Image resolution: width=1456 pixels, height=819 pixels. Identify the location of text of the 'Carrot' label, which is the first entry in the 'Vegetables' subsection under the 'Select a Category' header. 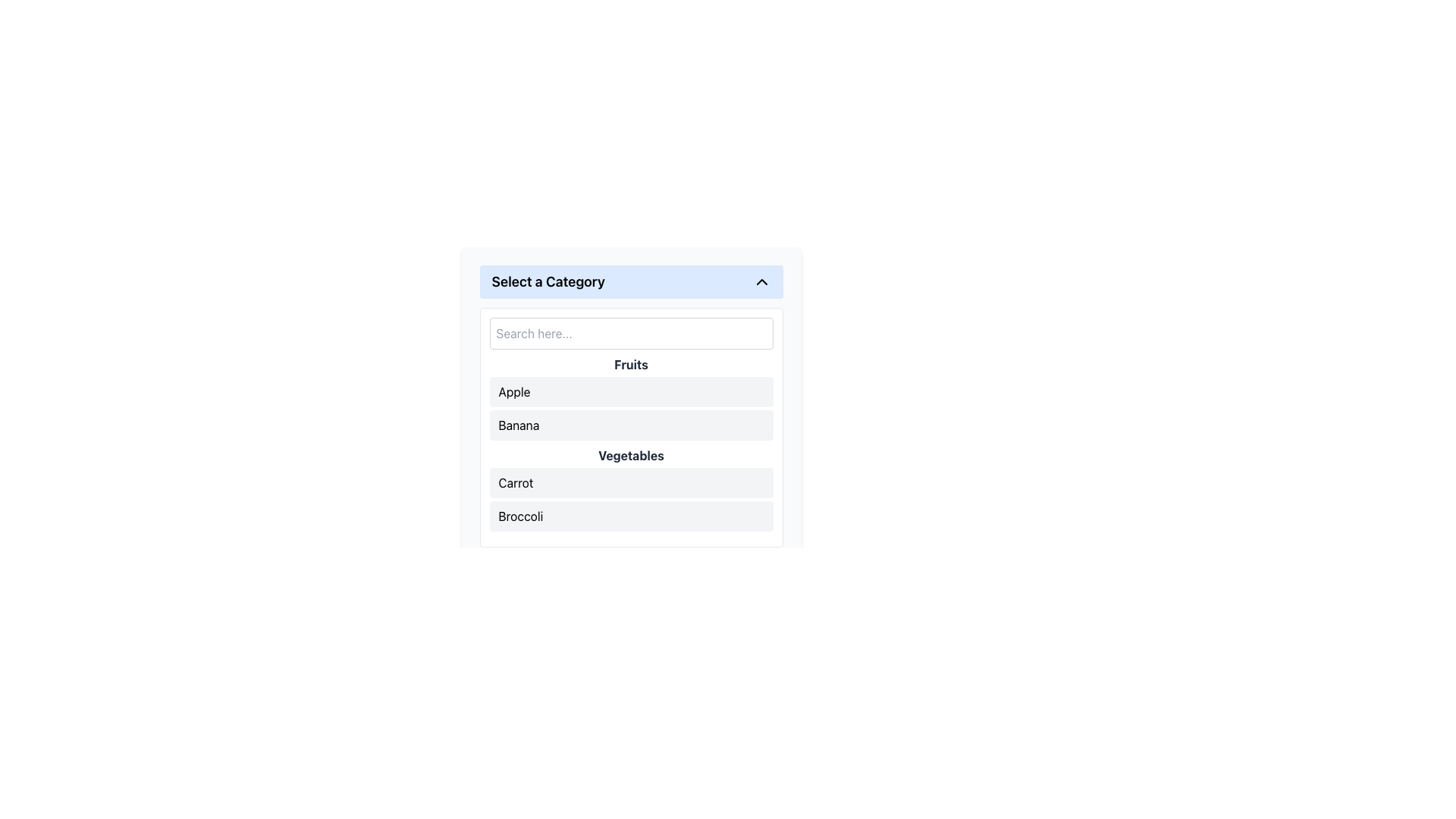
(516, 482).